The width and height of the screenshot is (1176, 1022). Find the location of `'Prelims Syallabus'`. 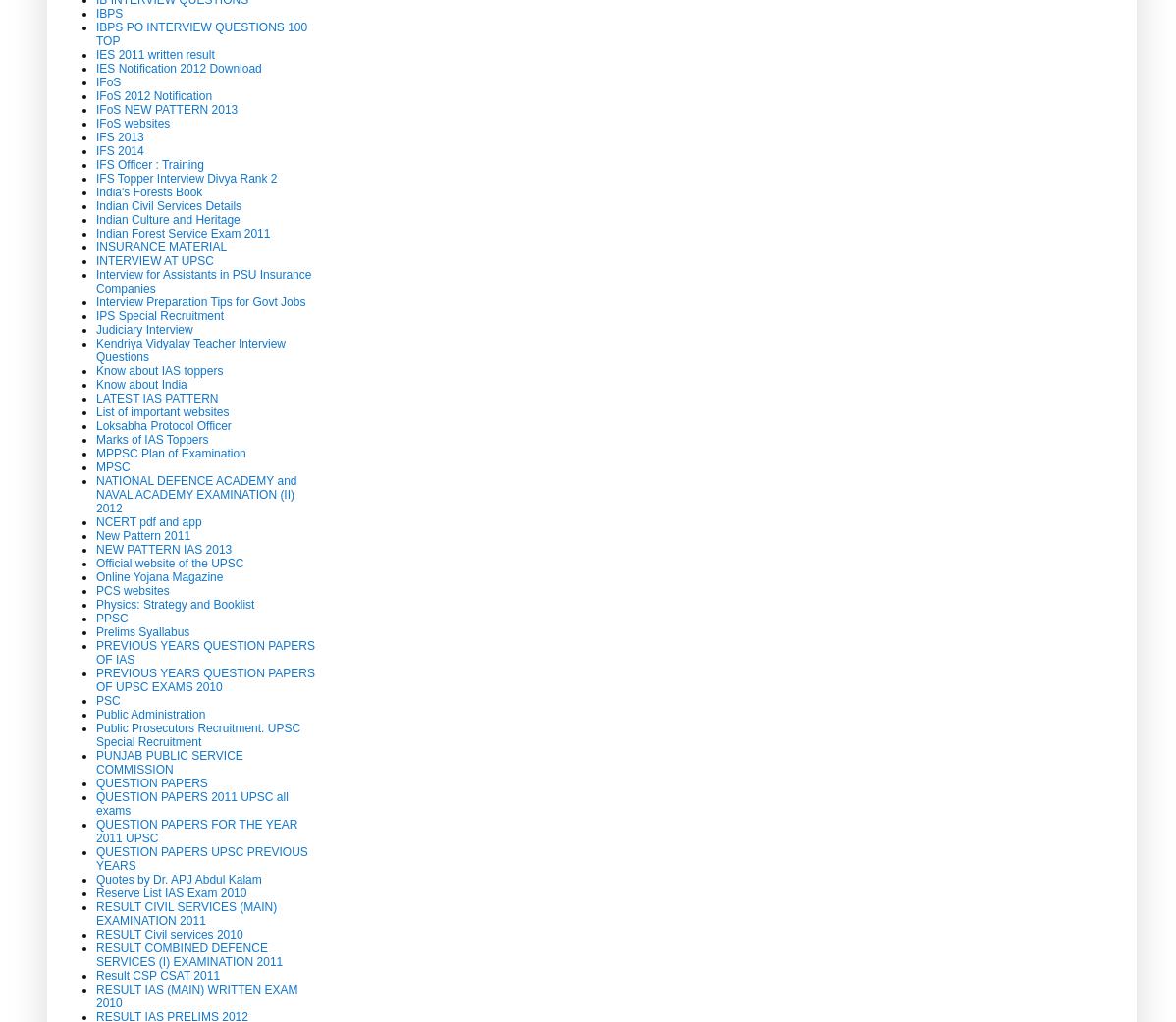

'Prelims Syallabus' is located at coordinates (141, 630).